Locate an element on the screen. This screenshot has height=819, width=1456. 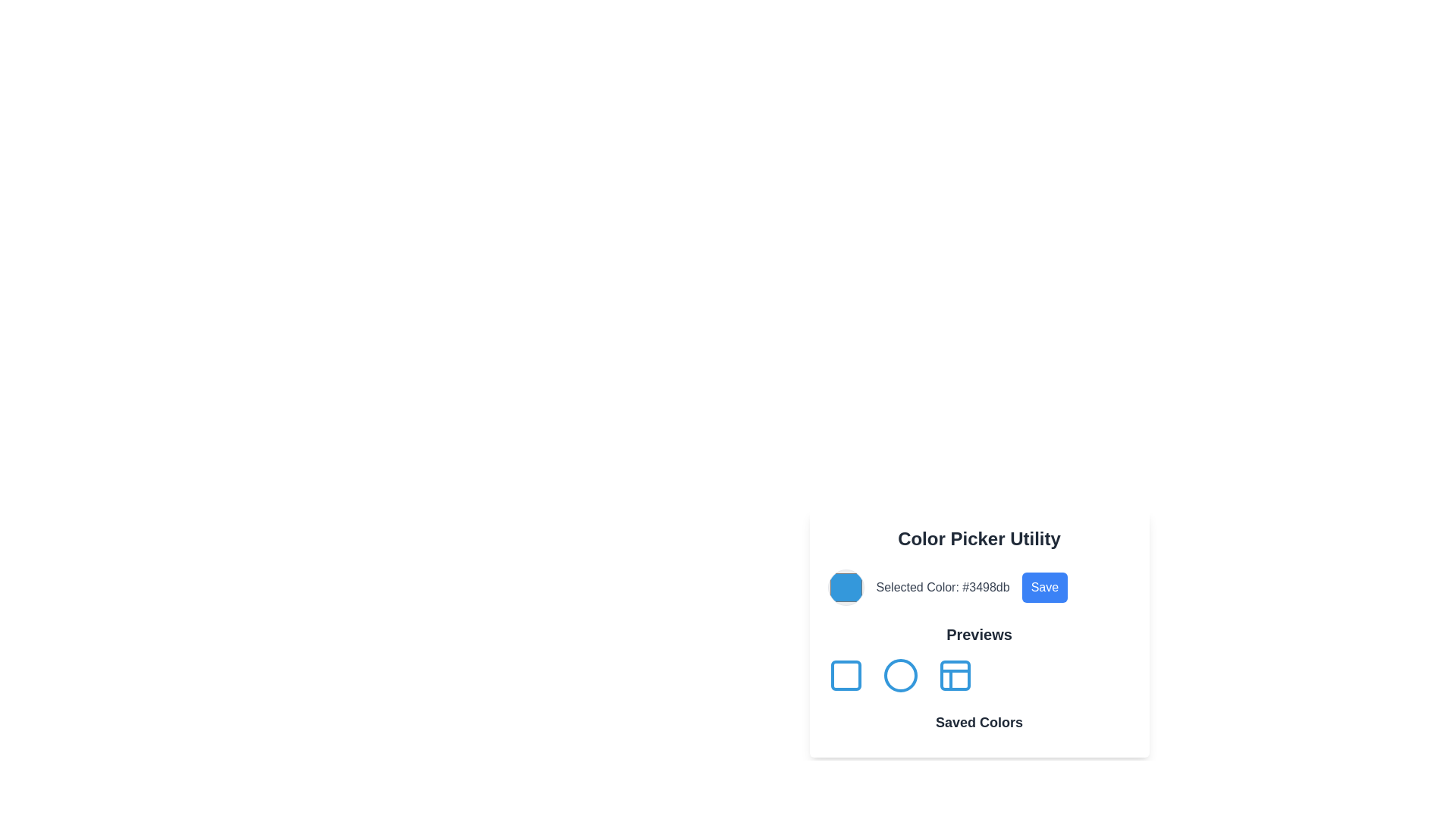
text element labeled 'Previews', which is prominently displayed in bold, enlarged grayish-black font, positioned below the 'Selected Color' display is located at coordinates (979, 635).